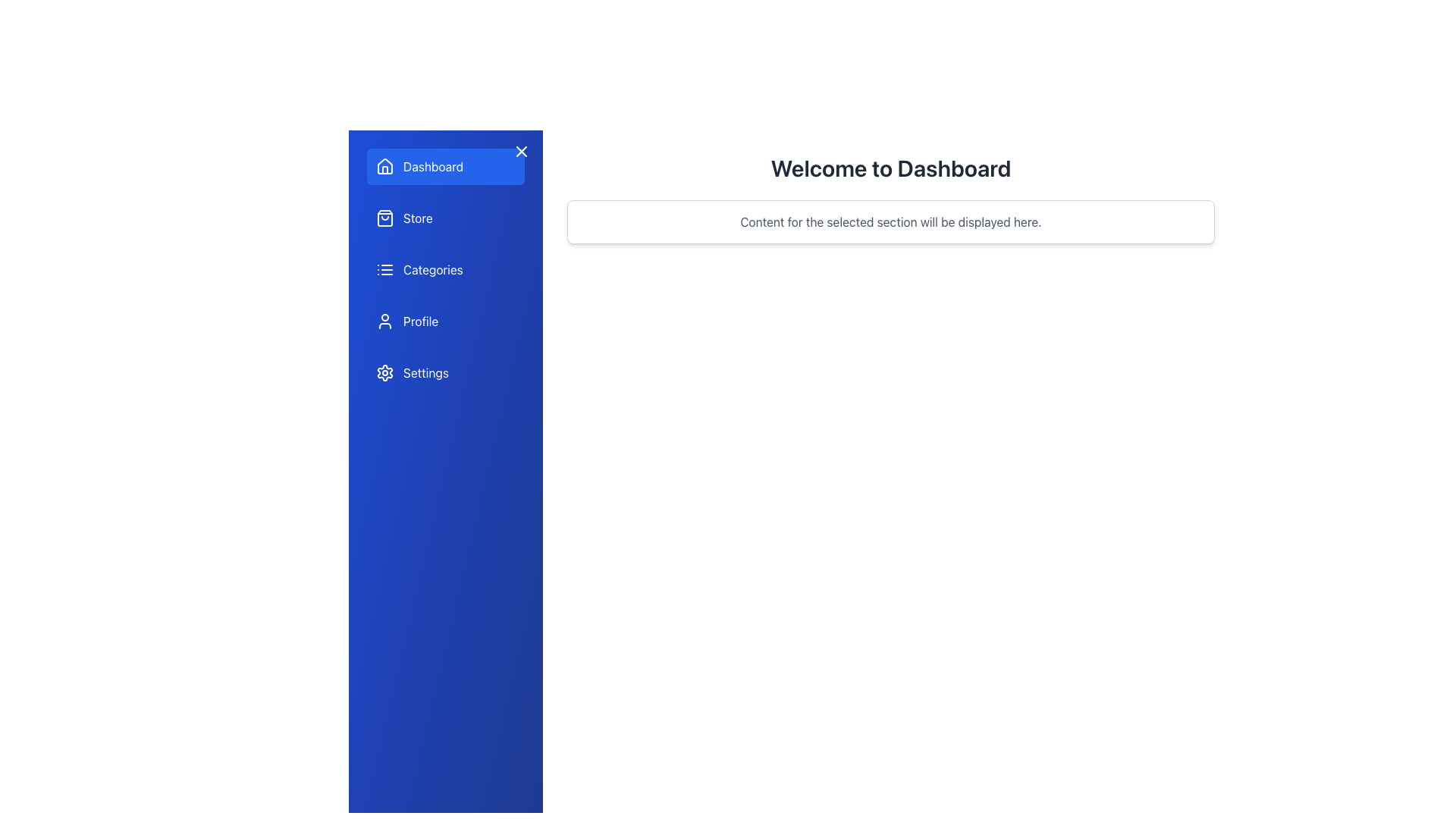 The height and width of the screenshot is (819, 1456). I want to click on the user profile icon located in the left-hand vertical menu, adjacent to the text 'Profile', so click(385, 321).